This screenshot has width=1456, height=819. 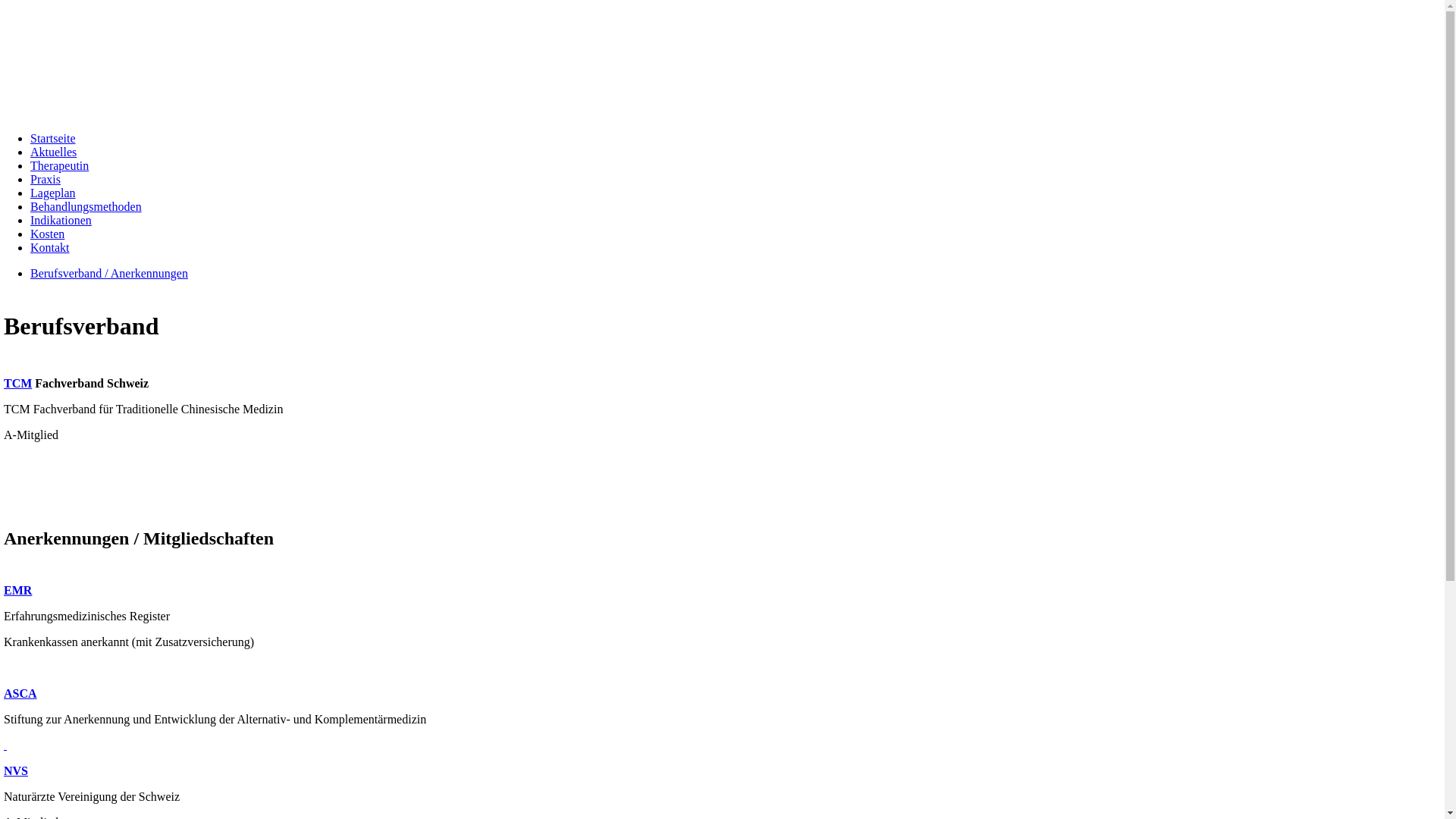 What do you see at coordinates (20, 693) in the screenshot?
I see `'ASCA'` at bounding box center [20, 693].